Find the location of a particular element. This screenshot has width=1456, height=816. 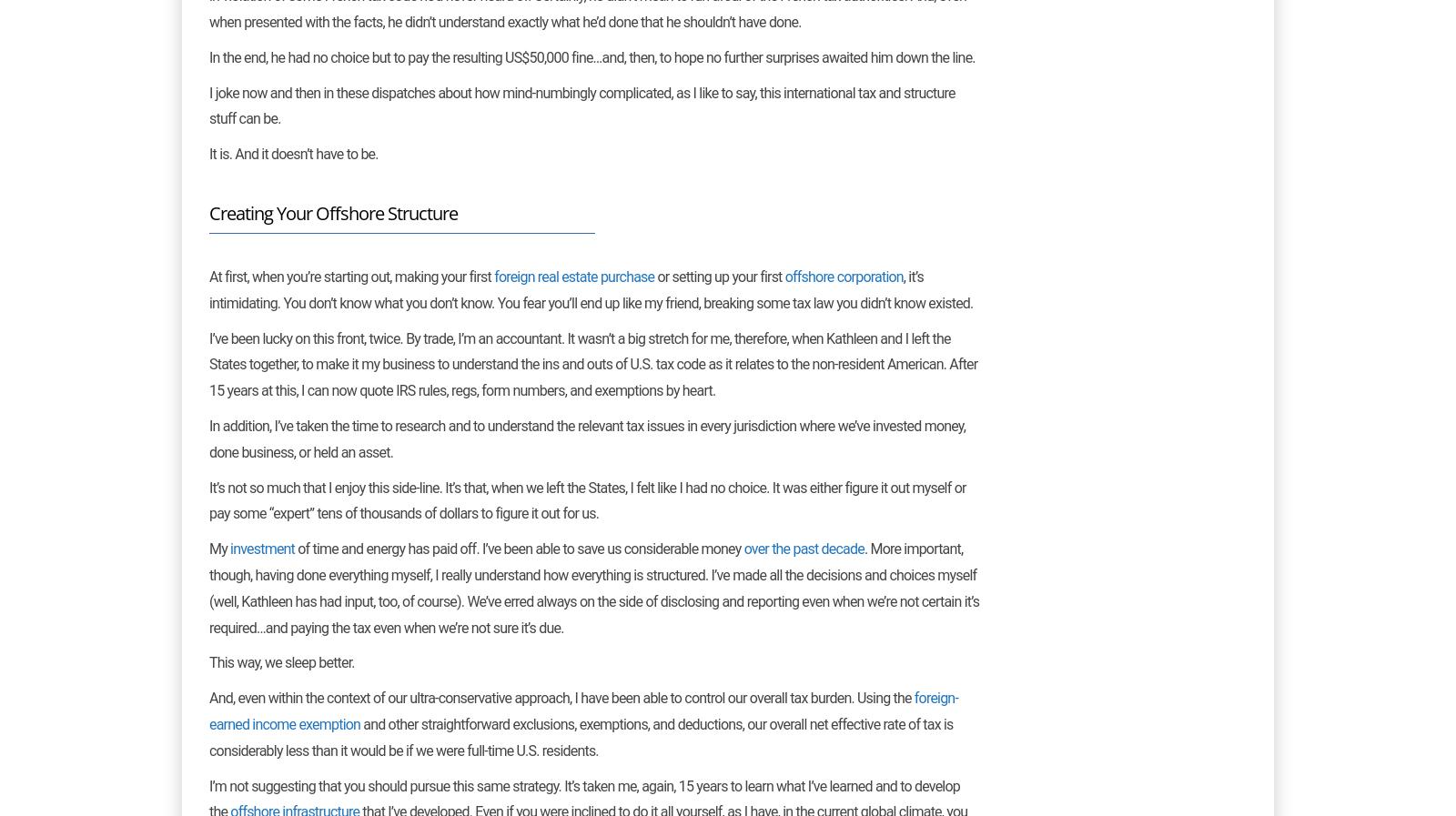

'And, even within the context of our ultra-conservative approach, I have been able to control our overall tax burden. Using the' is located at coordinates (208, 698).